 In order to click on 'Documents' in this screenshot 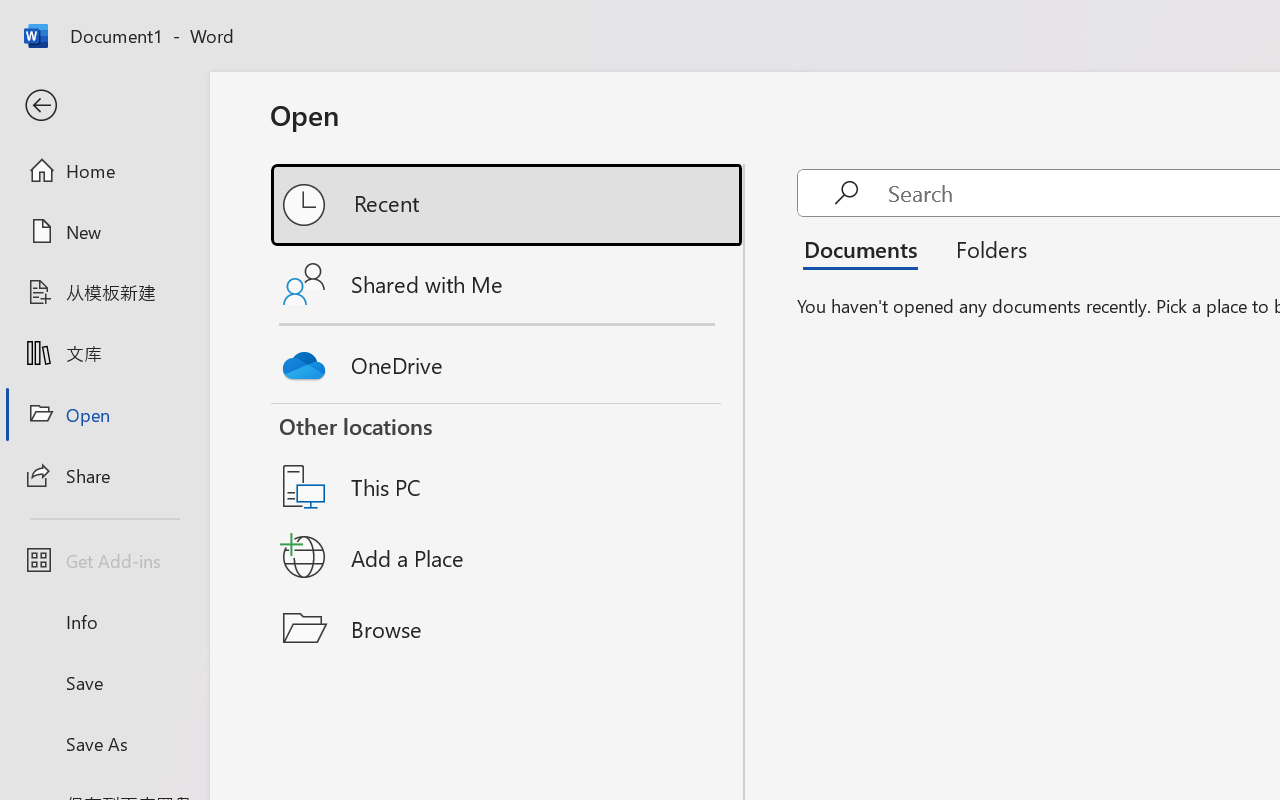, I will do `click(866, 248)`.